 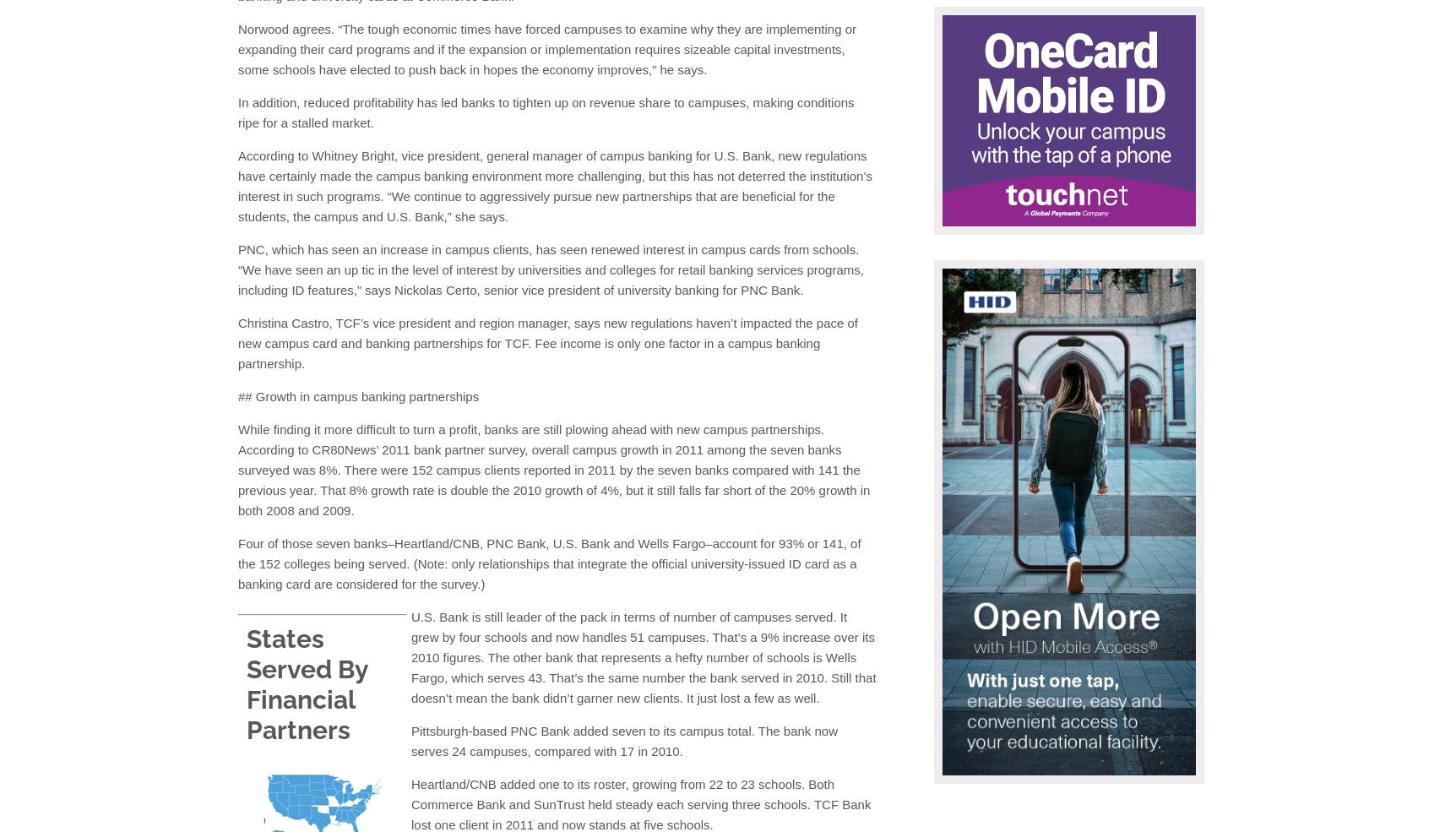 What do you see at coordinates (306, 682) in the screenshot?
I see `'States Served By Financial Partners'` at bounding box center [306, 682].